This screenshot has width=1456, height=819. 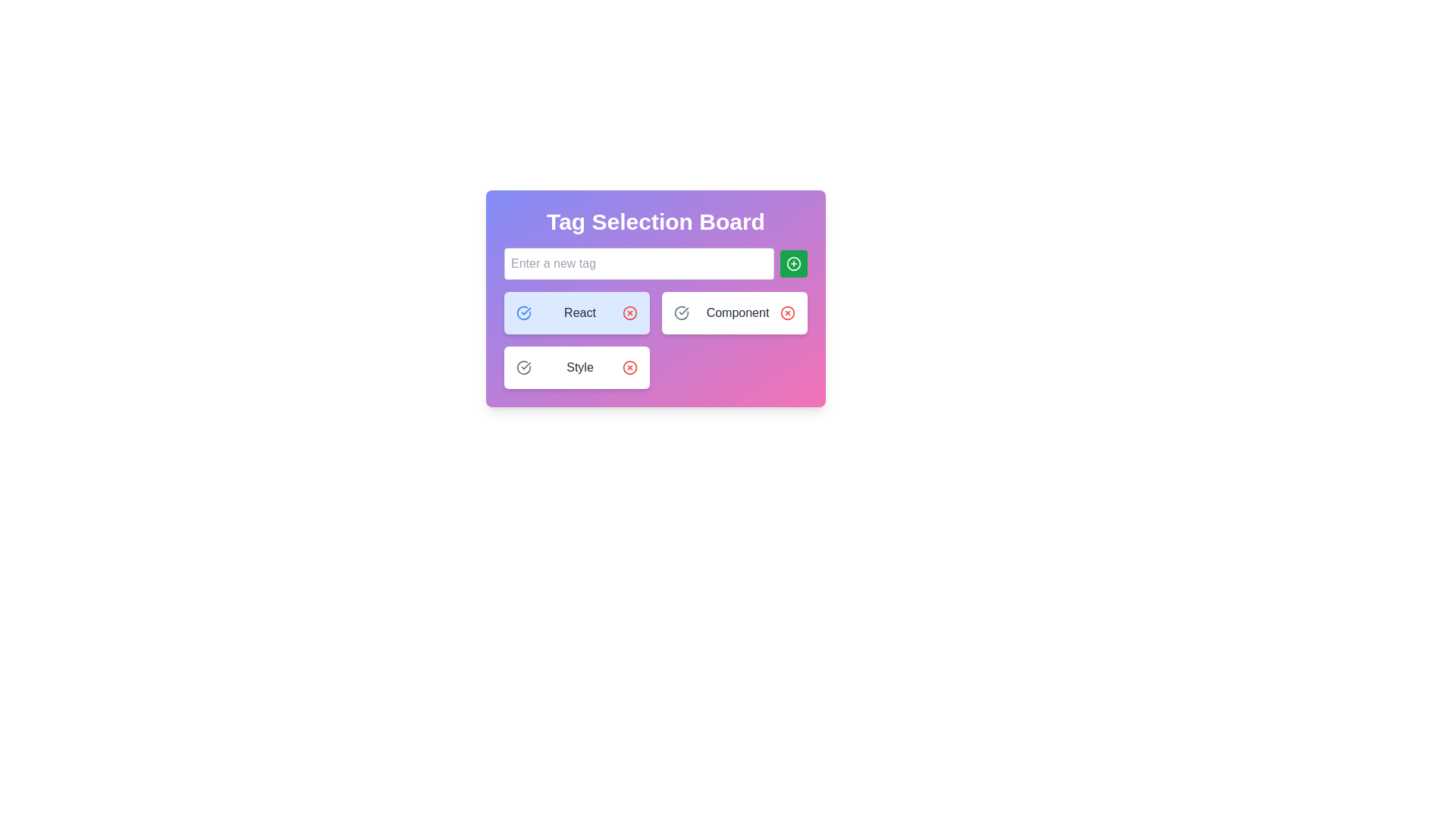 What do you see at coordinates (524, 312) in the screenshot?
I see `the visual feedback of the leftmost icon within the 'React' tag box in the 'Tag Selection Board' interface, indicating the associated tag is selected or active` at bounding box center [524, 312].